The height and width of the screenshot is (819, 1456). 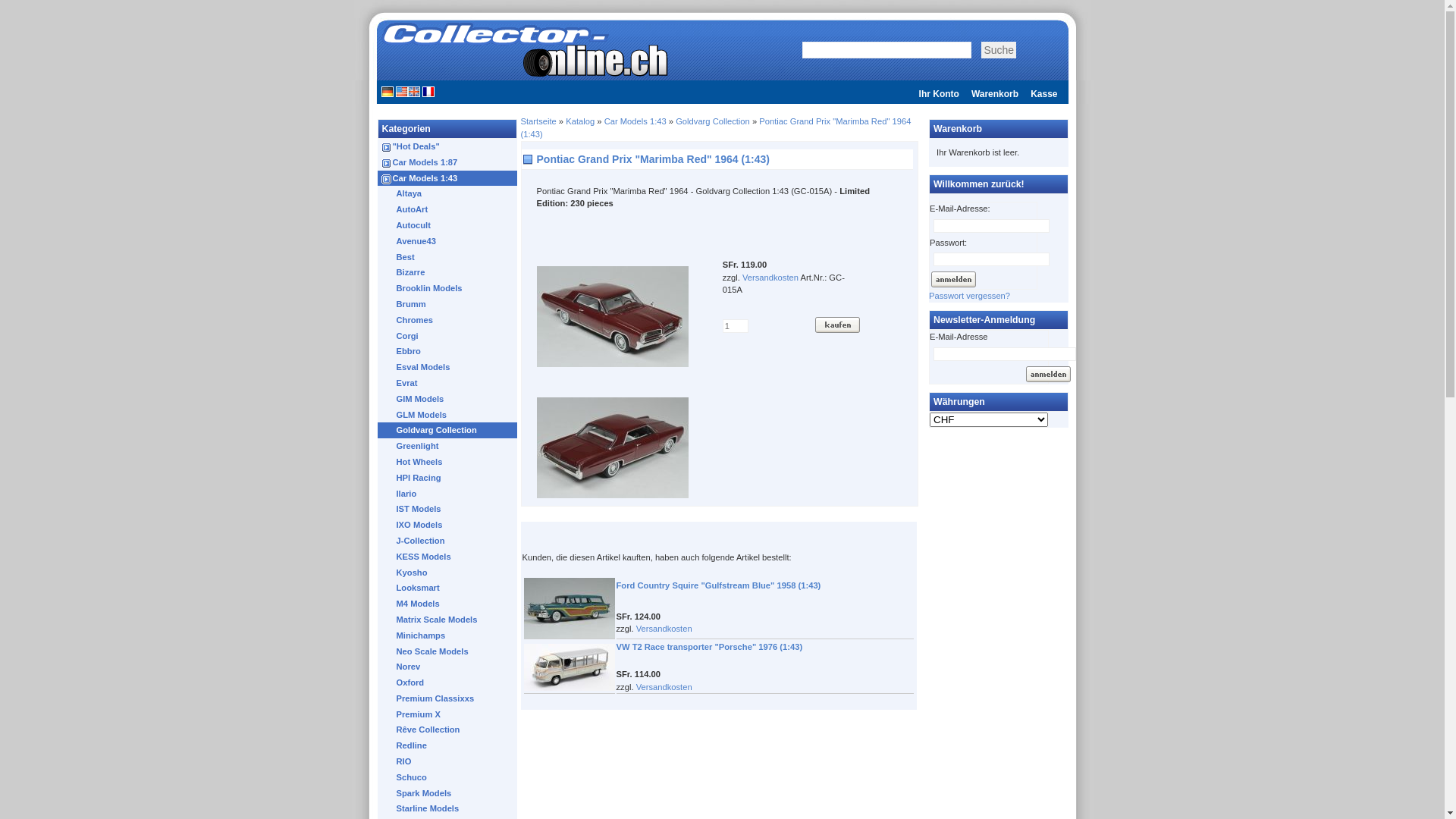 What do you see at coordinates (449, 524) in the screenshot?
I see `'IXO Models'` at bounding box center [449, 524].